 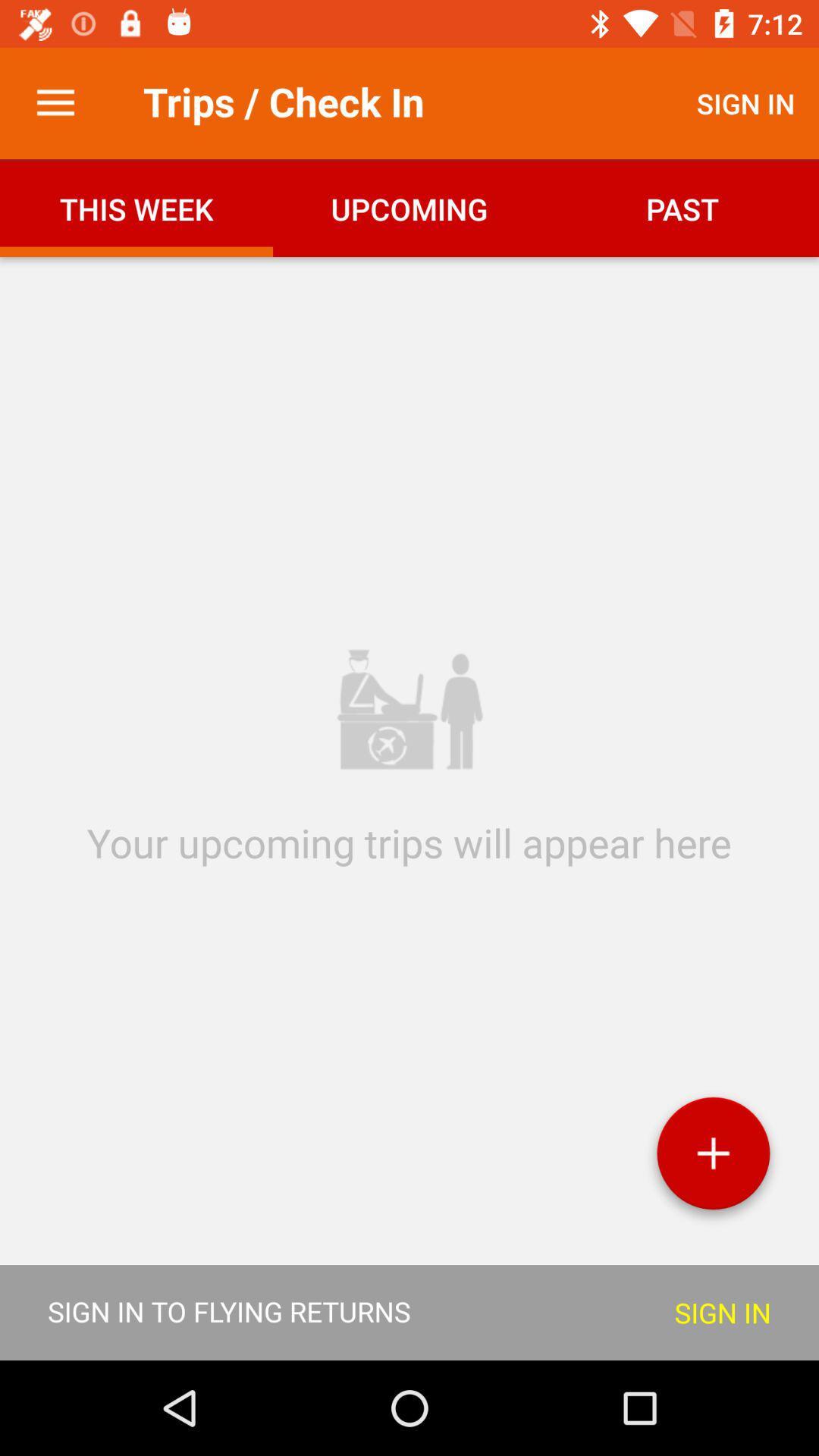 What do you see at coordinates (713, 1158) in the screenshot?
I see `option to add trip` at bounding box center [713, 1158].